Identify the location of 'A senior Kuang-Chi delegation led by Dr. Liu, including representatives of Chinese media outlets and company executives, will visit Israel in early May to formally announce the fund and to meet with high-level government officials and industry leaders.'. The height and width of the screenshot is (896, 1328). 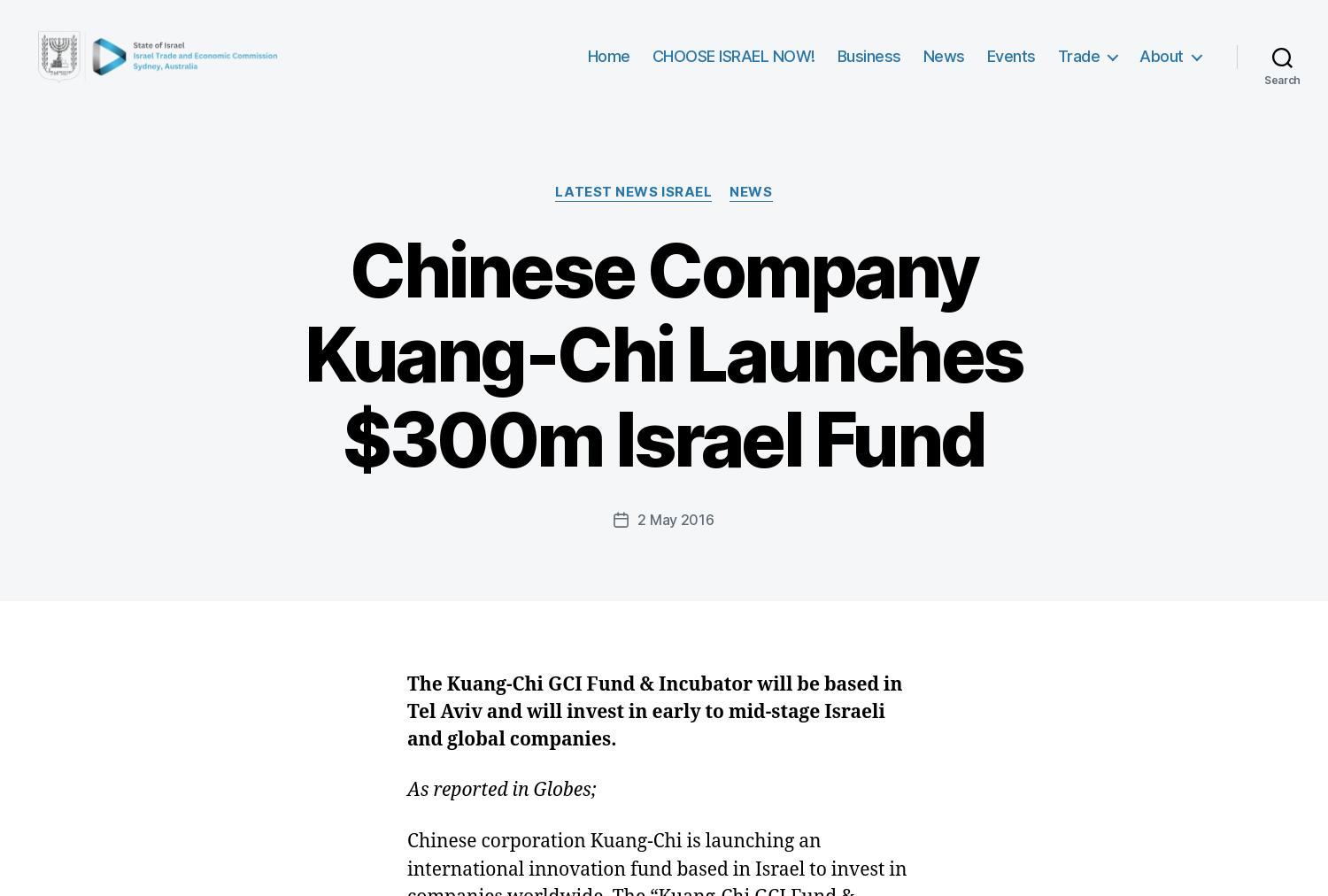
(647, 96).